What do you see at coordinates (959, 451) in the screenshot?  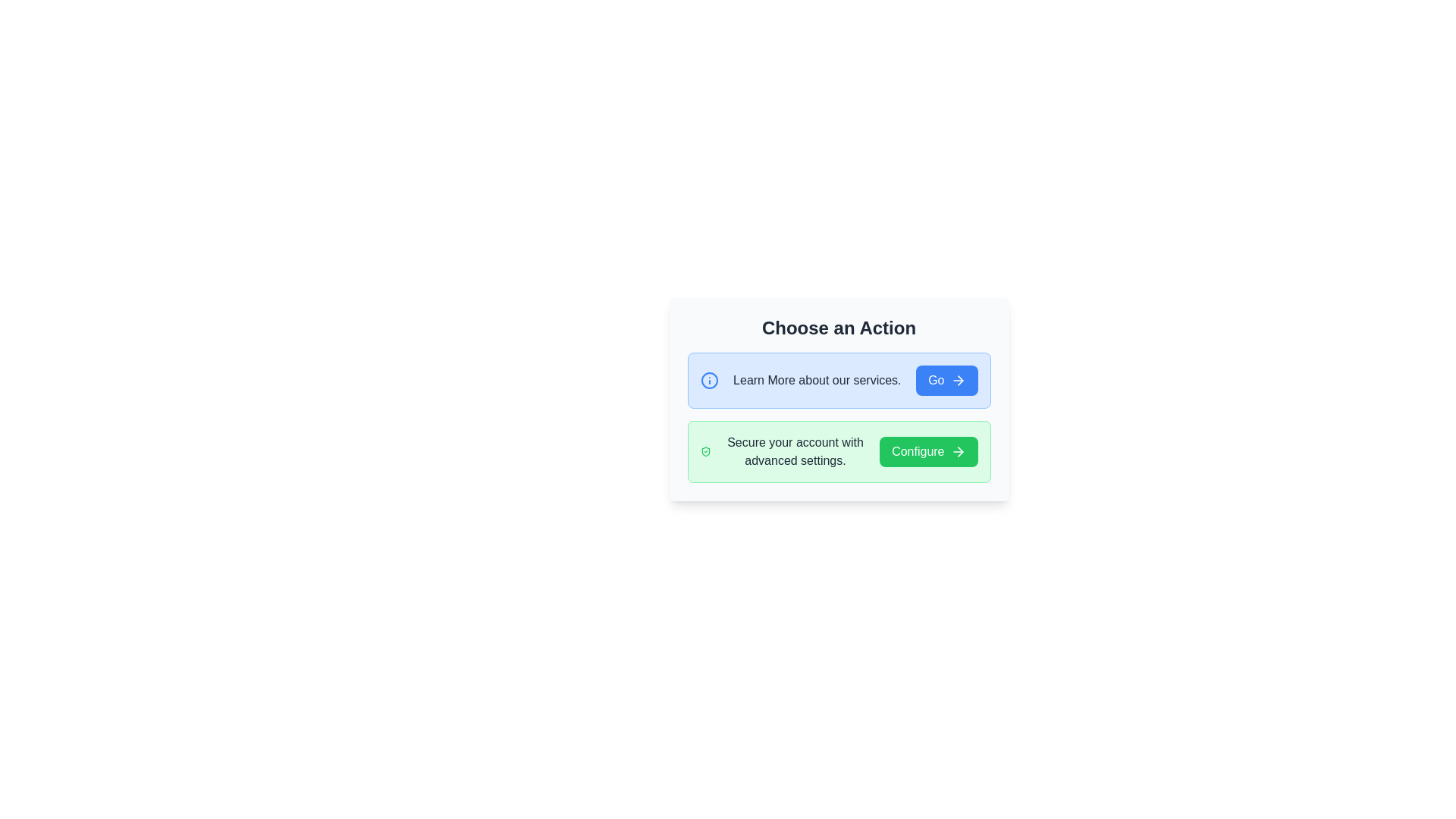 I see `the rightward-facing arrow icon within the 'Configure' button located in the lower green section of the card` at bounding box center [959, 451].